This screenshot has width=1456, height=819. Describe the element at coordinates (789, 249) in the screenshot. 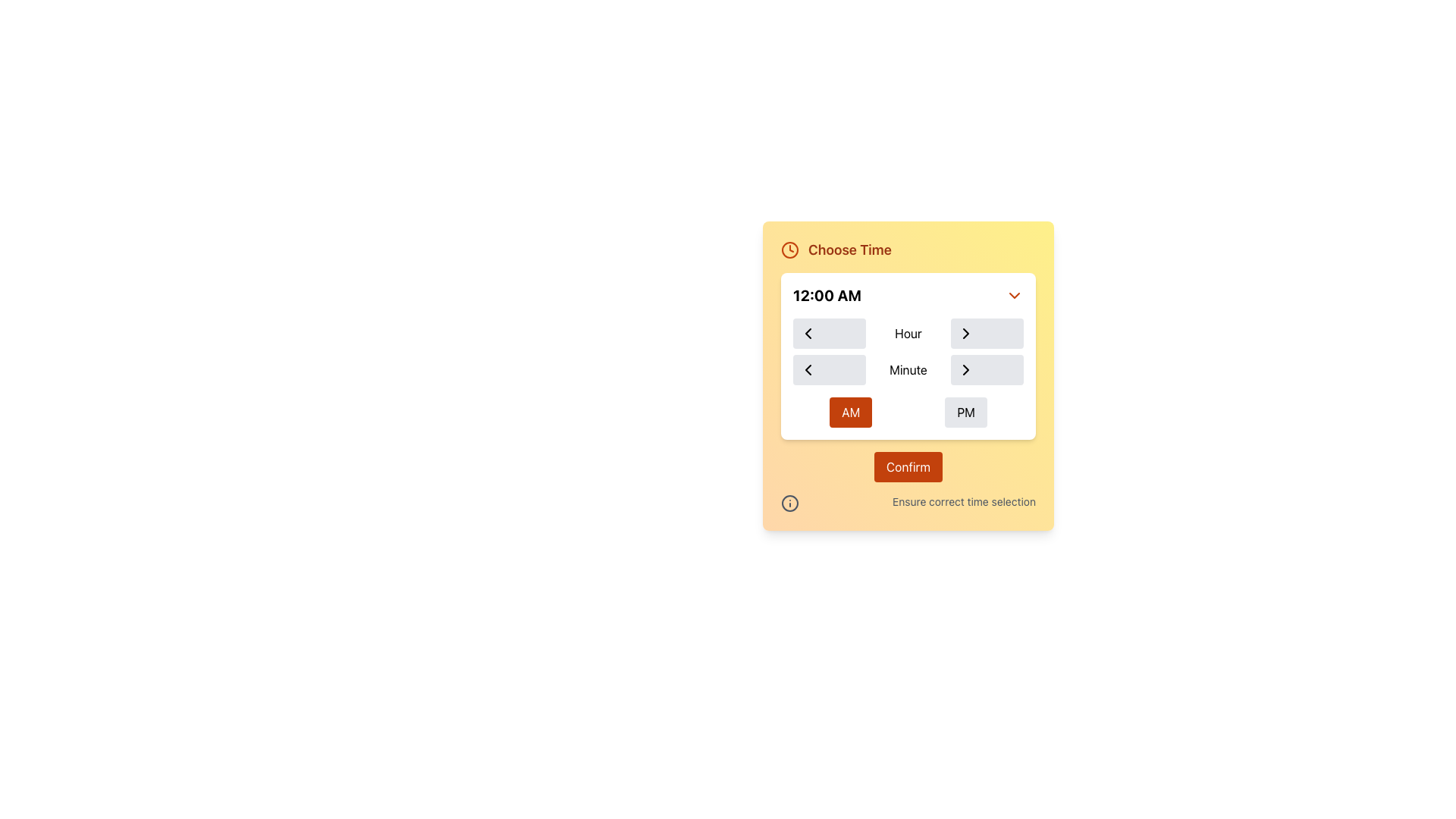

I see `the clock icon representing the 'Choose Time' feature, which is positioned to the left of the 'Choose Time' label` at that location.